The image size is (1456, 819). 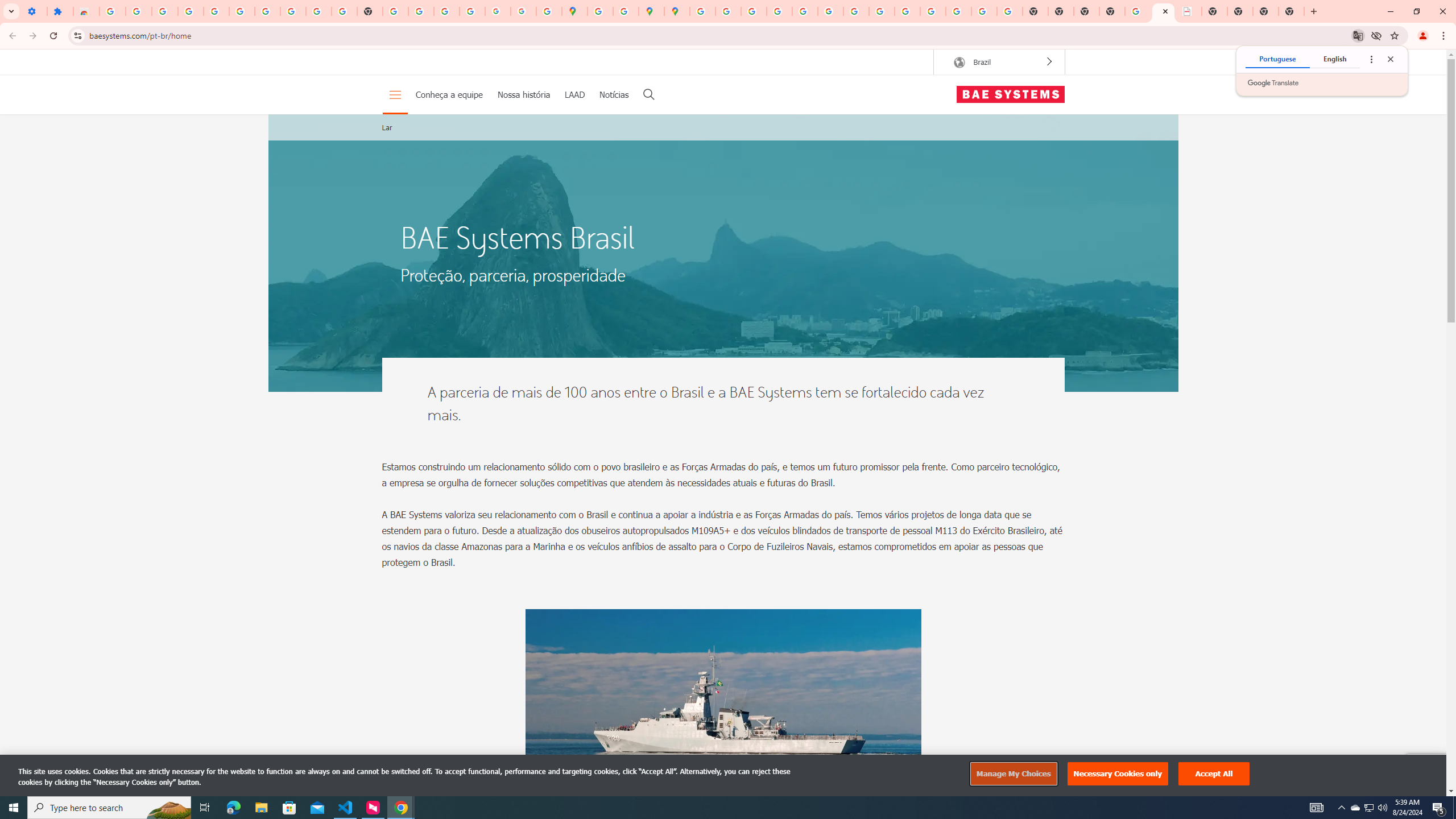 I want to click on 'Translate this page', so click(x=1358, y=35).